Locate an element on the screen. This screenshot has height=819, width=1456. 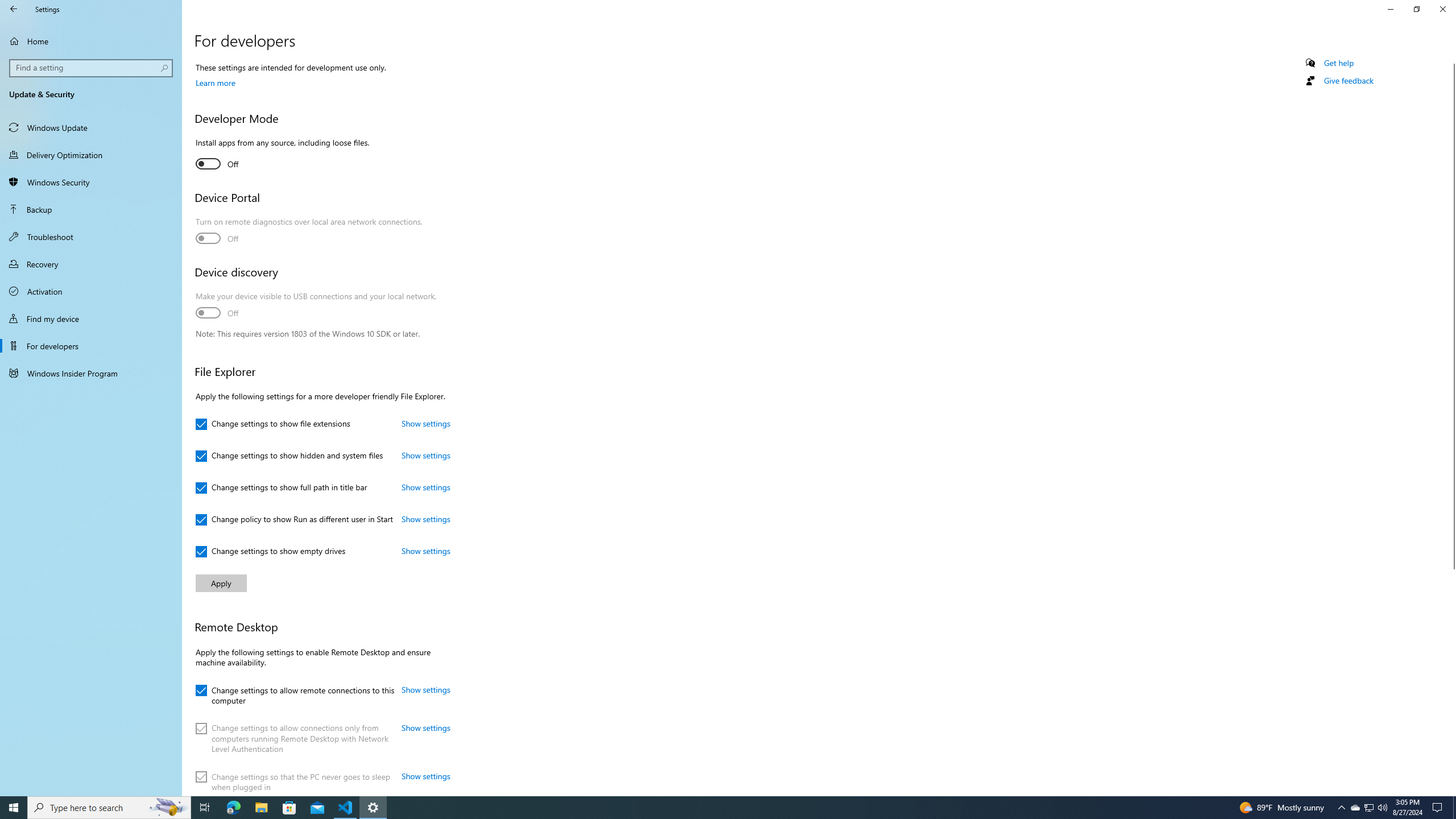
'Windows Update' is located at coordinates (90, 126).